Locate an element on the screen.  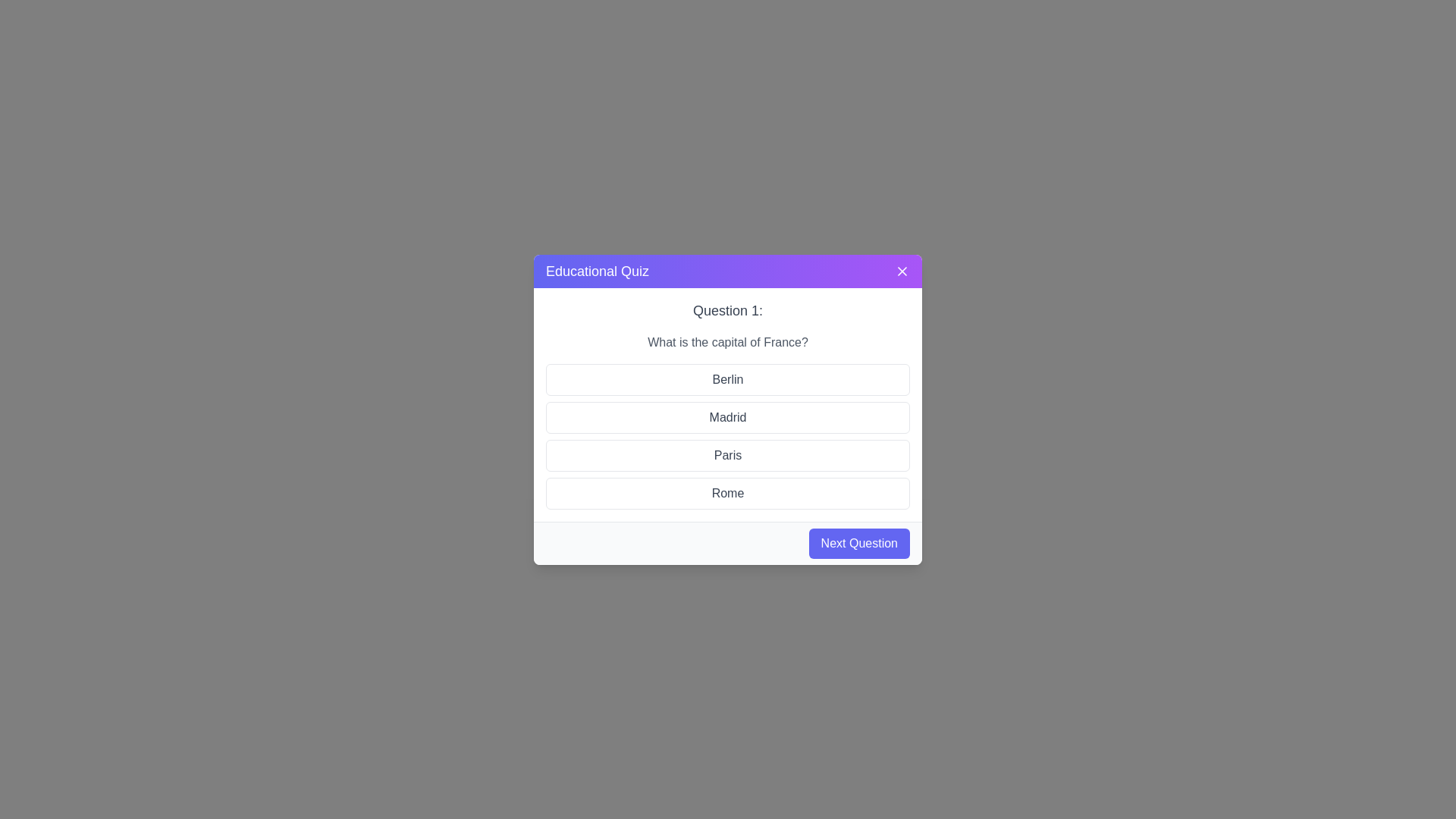
the second button labeled 'Madrid' from the vertically stacked buttons that include 'Berlin', 'Paris', and 'Rome' to make a selection is located at coordinates (728, 417).